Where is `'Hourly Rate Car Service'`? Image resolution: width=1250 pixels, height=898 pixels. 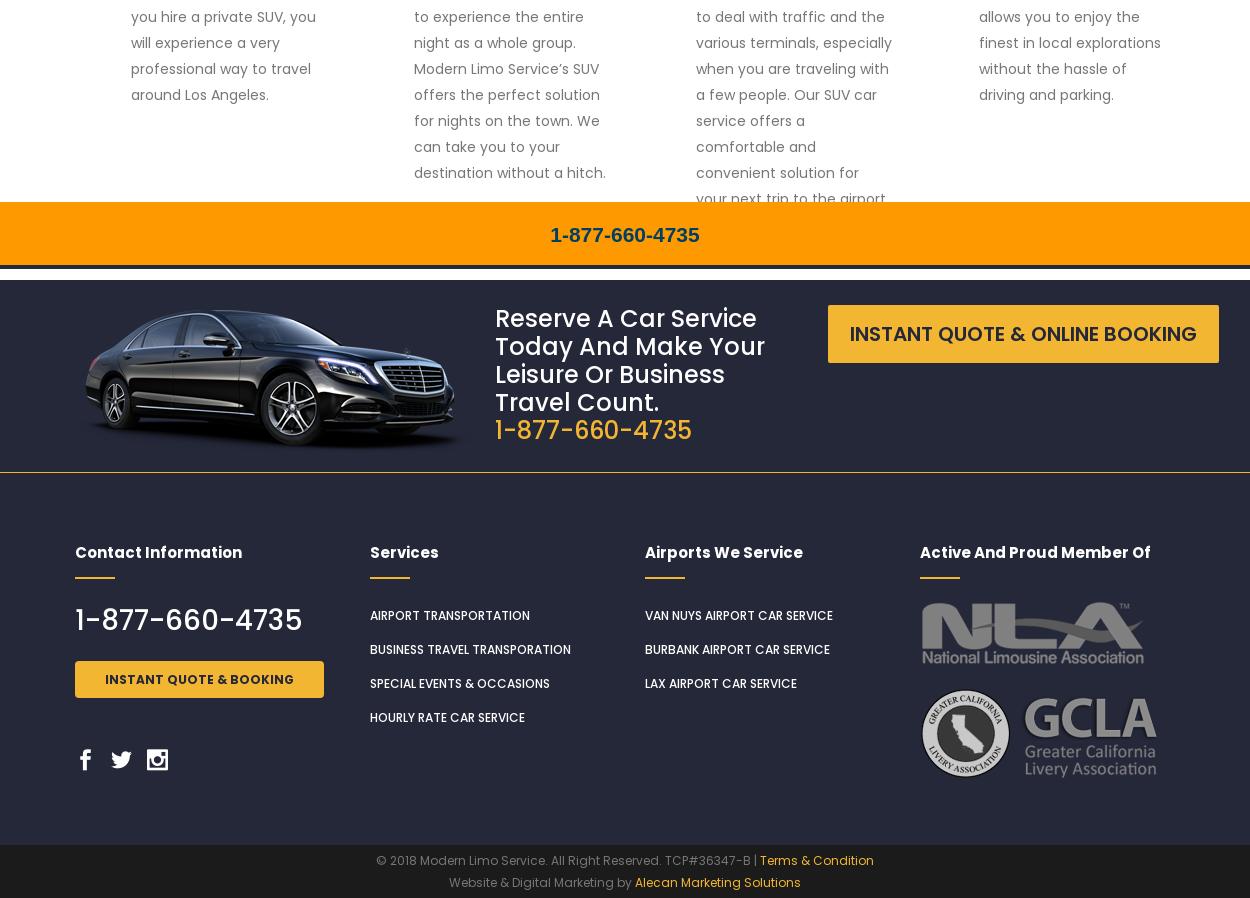 'Hourly Rate Car Service' is located at coordinates (446, 717).